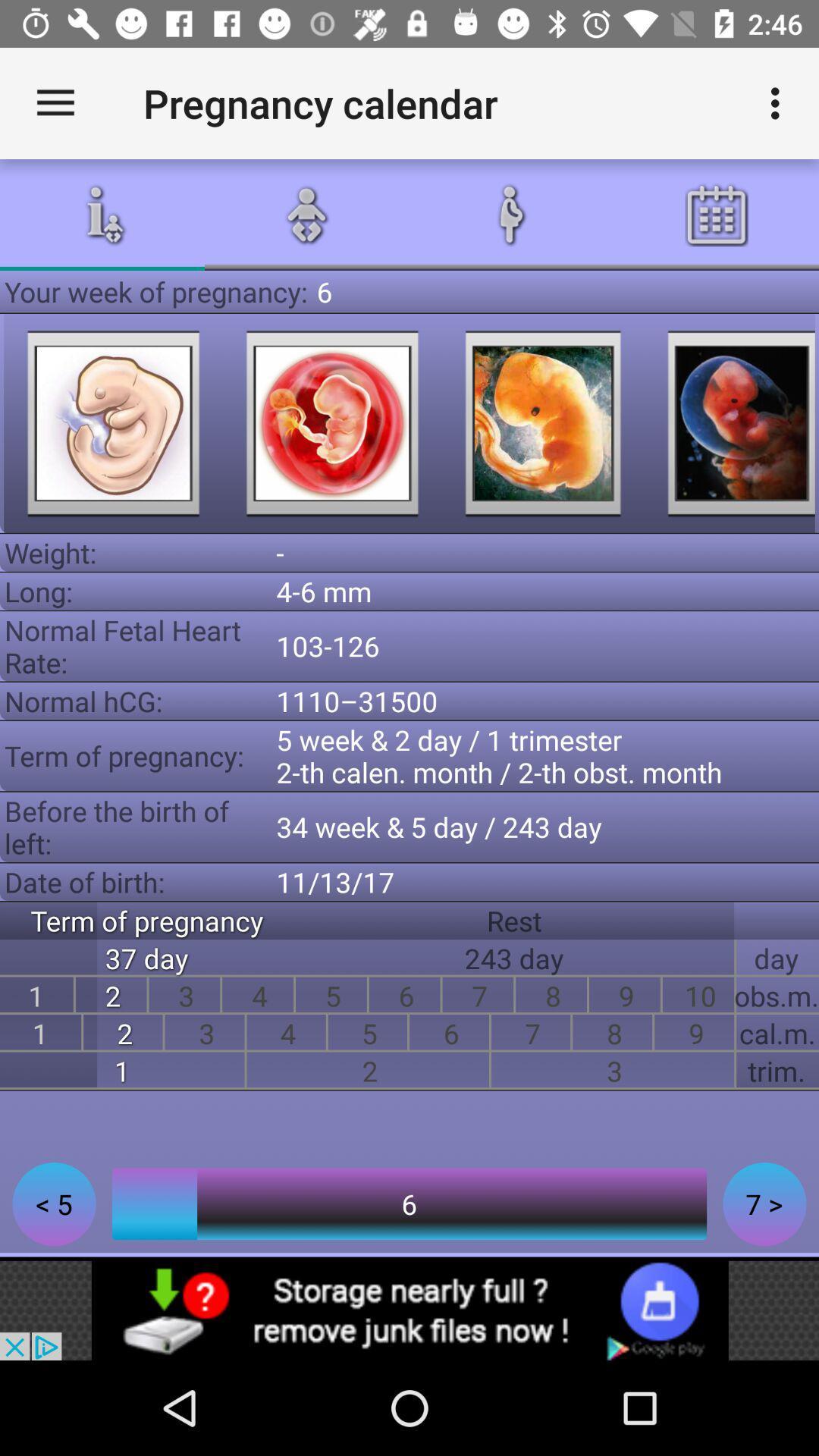  What do you see at coordinates (409, 1310) in the screenshot?
I see `download option` at bounding box center [409, 1310].